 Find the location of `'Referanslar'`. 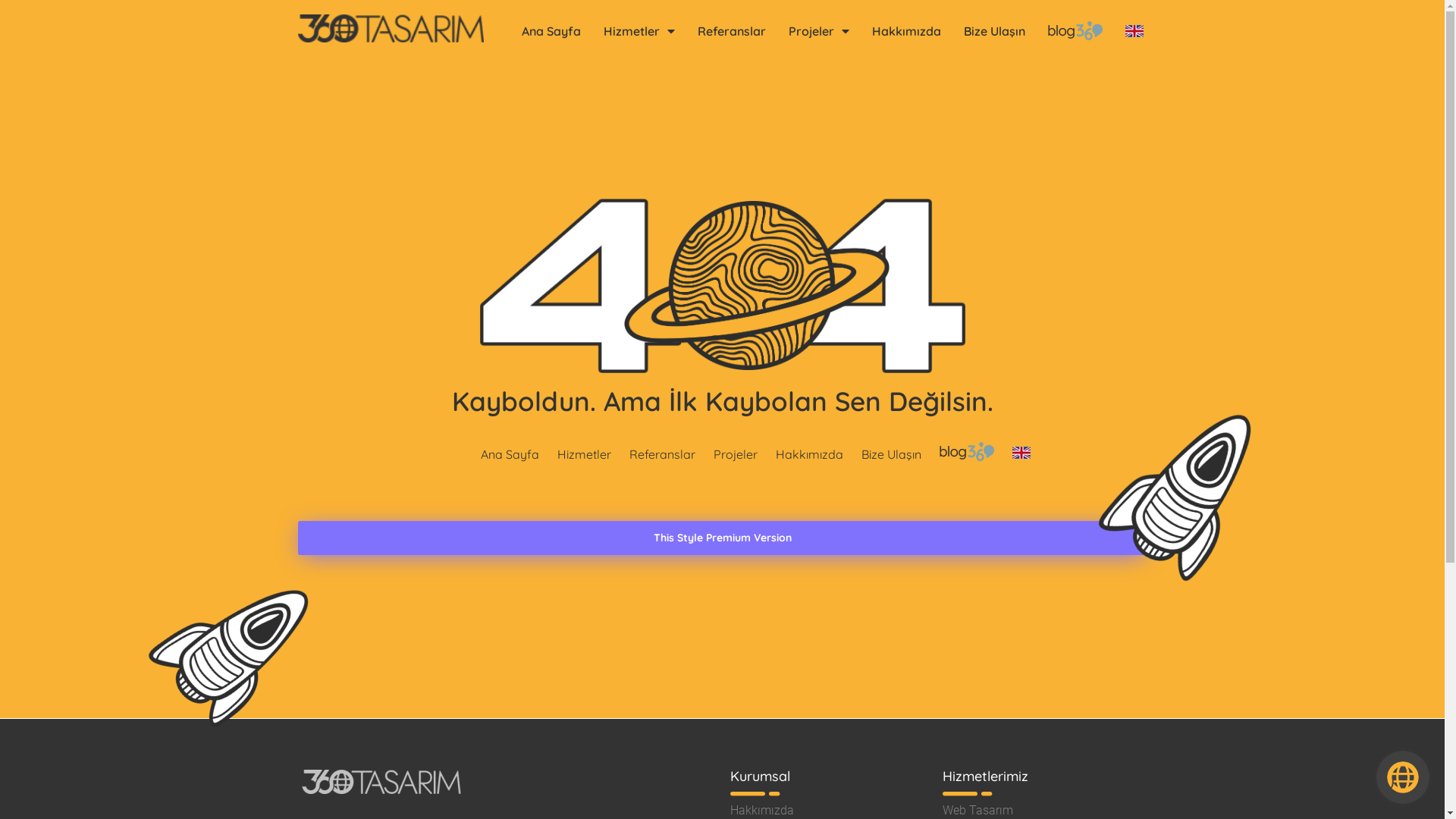

'Referanslar' is located at coordinates (731, 30).